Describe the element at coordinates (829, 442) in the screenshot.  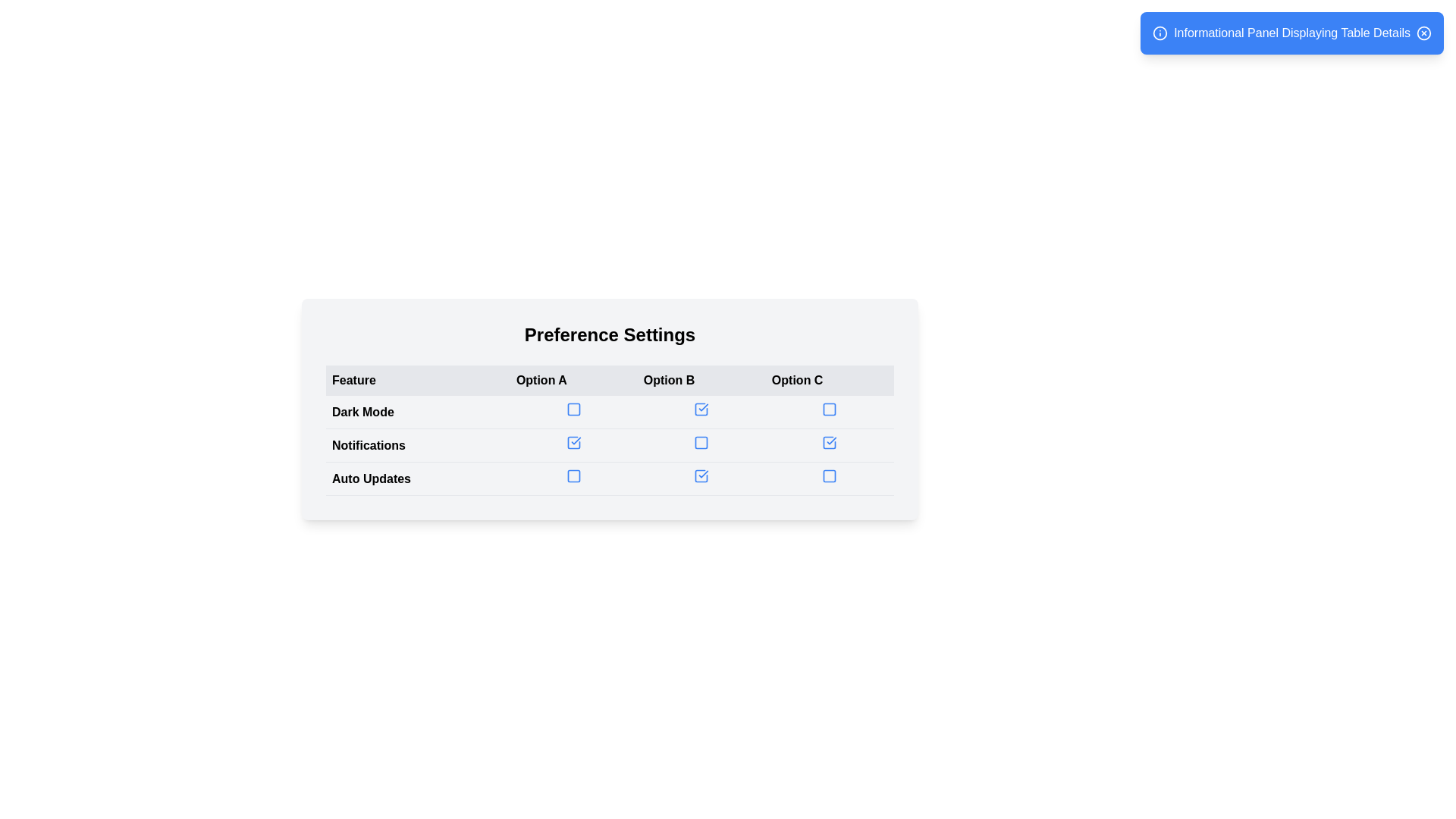
I see `the checkbox styled as a square outlined in blue with a checkmark inside, located in the 'Auto Updates' row under the 'Option C' column of the preference settings table` at that location.